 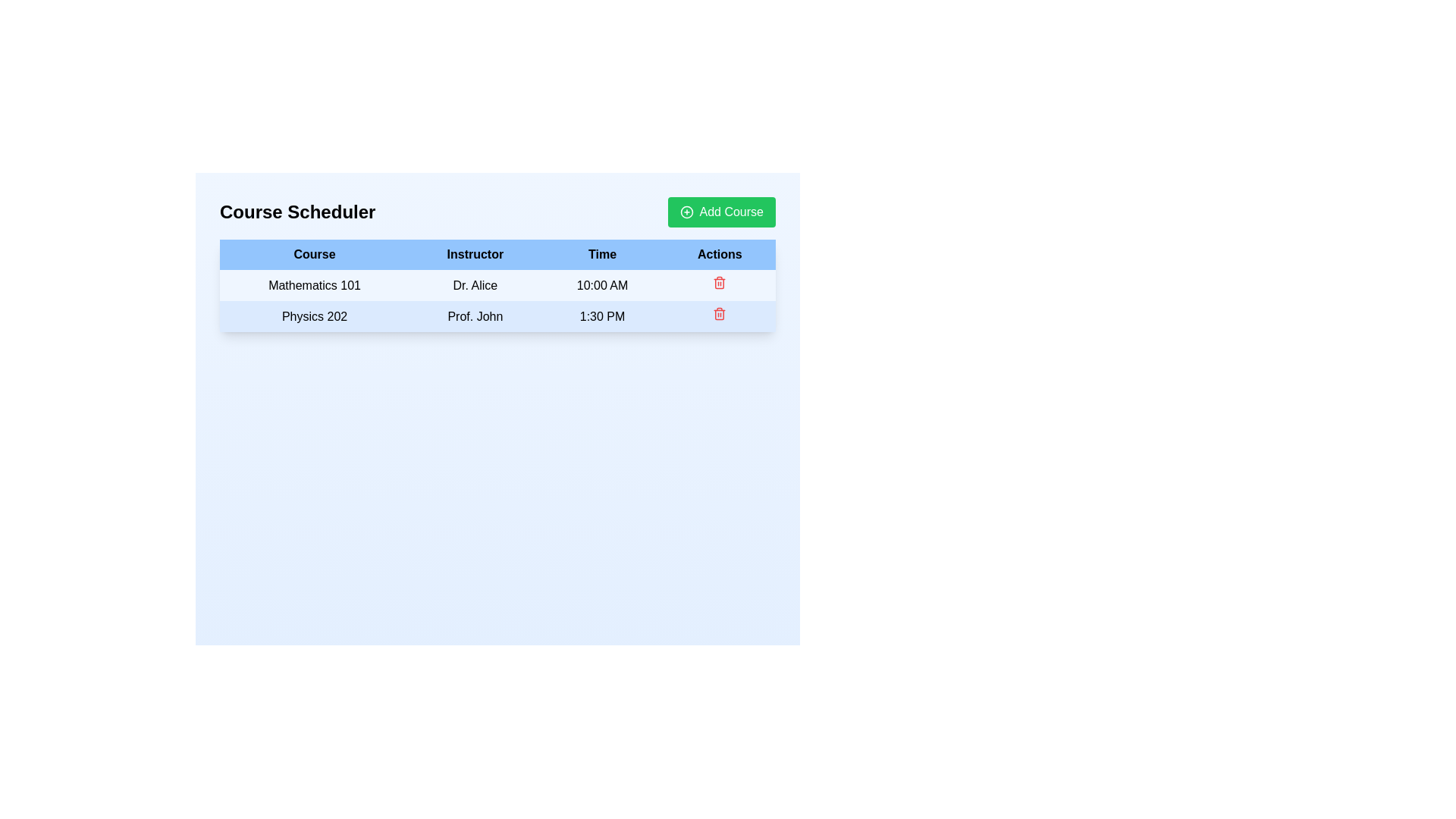 What do you see at coordinates (497, 315) in the screenshot?
I see `the second row of the course information table, which displays 'Physics 202'` at bounding box center [497, 315].